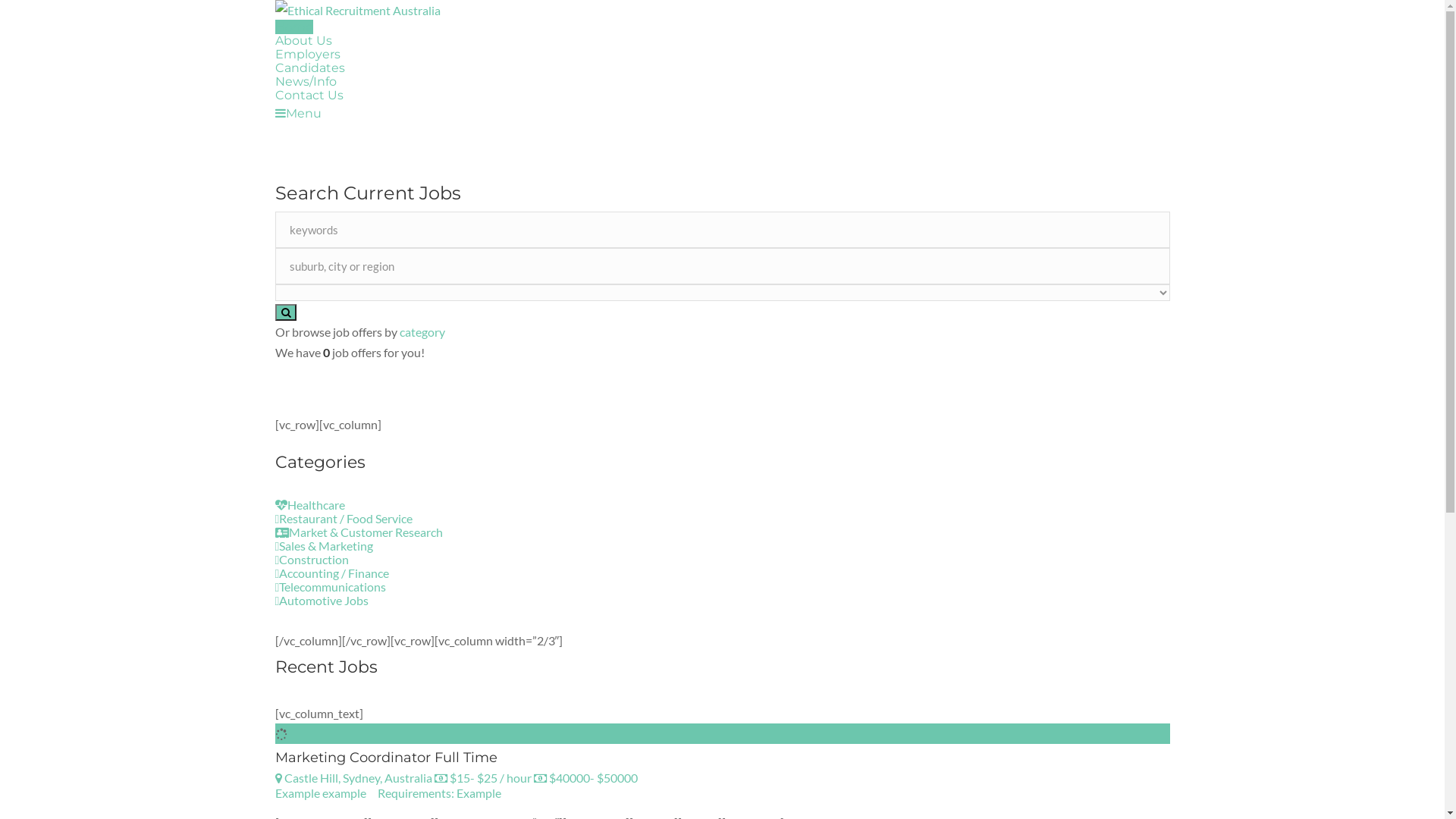 Image resolution: width=1456 pixels, height=819 pixels. What do you see at coordinates (274, 112) in the screenshot?
I see `'Menu'` at bounding box center [274, 112].